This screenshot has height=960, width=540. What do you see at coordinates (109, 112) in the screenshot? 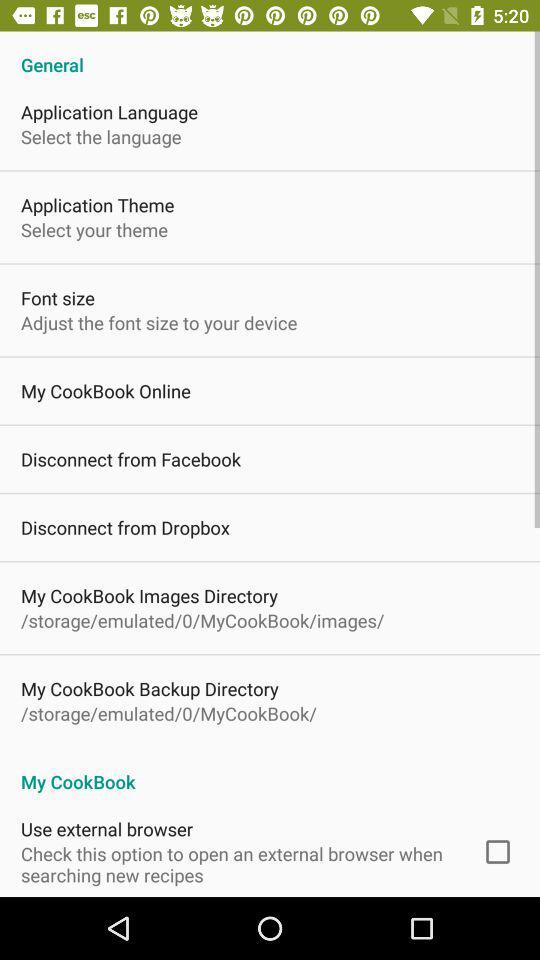
I see `application language app` at bounding box center [109, 112].